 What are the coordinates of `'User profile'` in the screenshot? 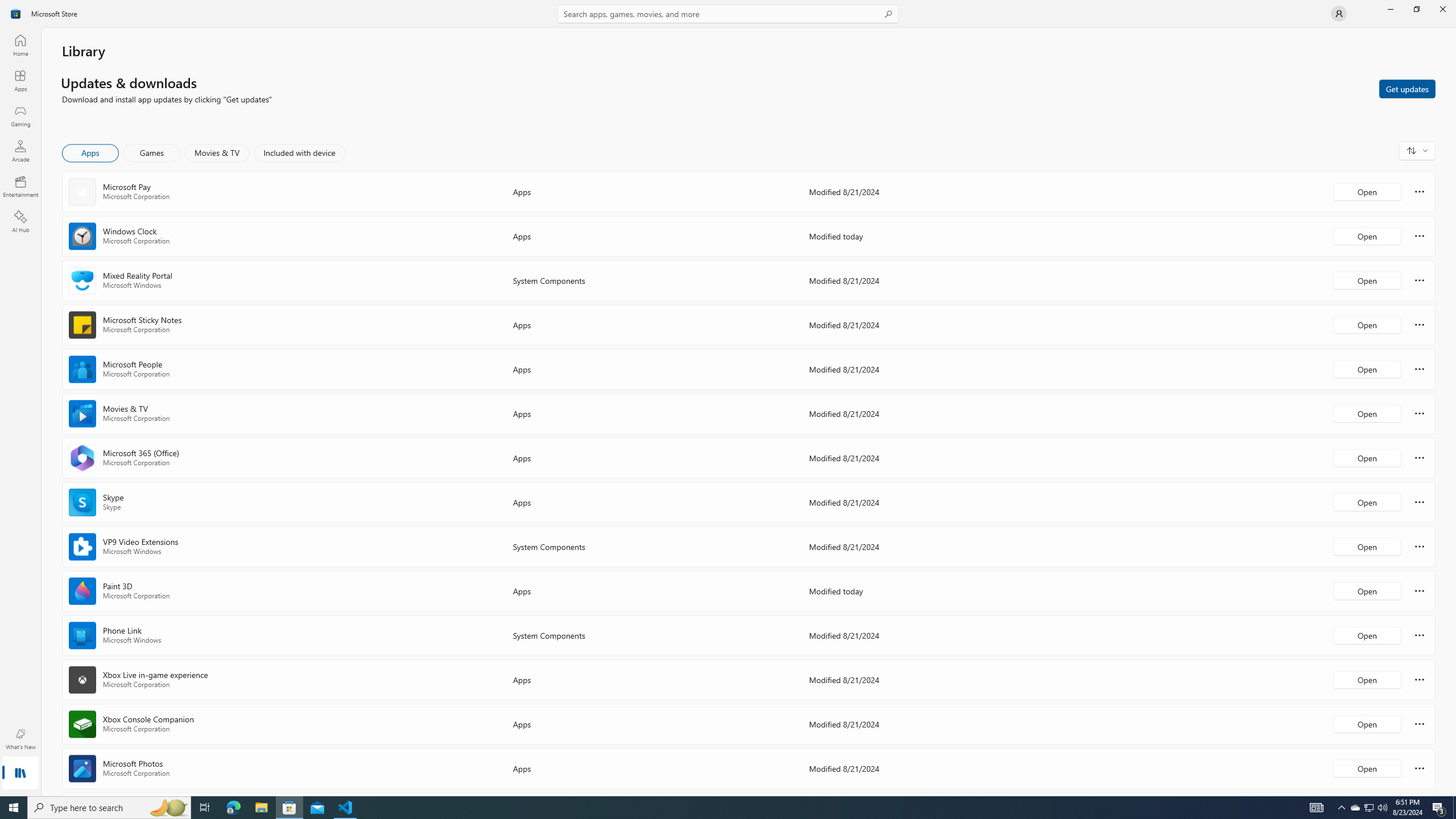 It's located at (1338, 13).